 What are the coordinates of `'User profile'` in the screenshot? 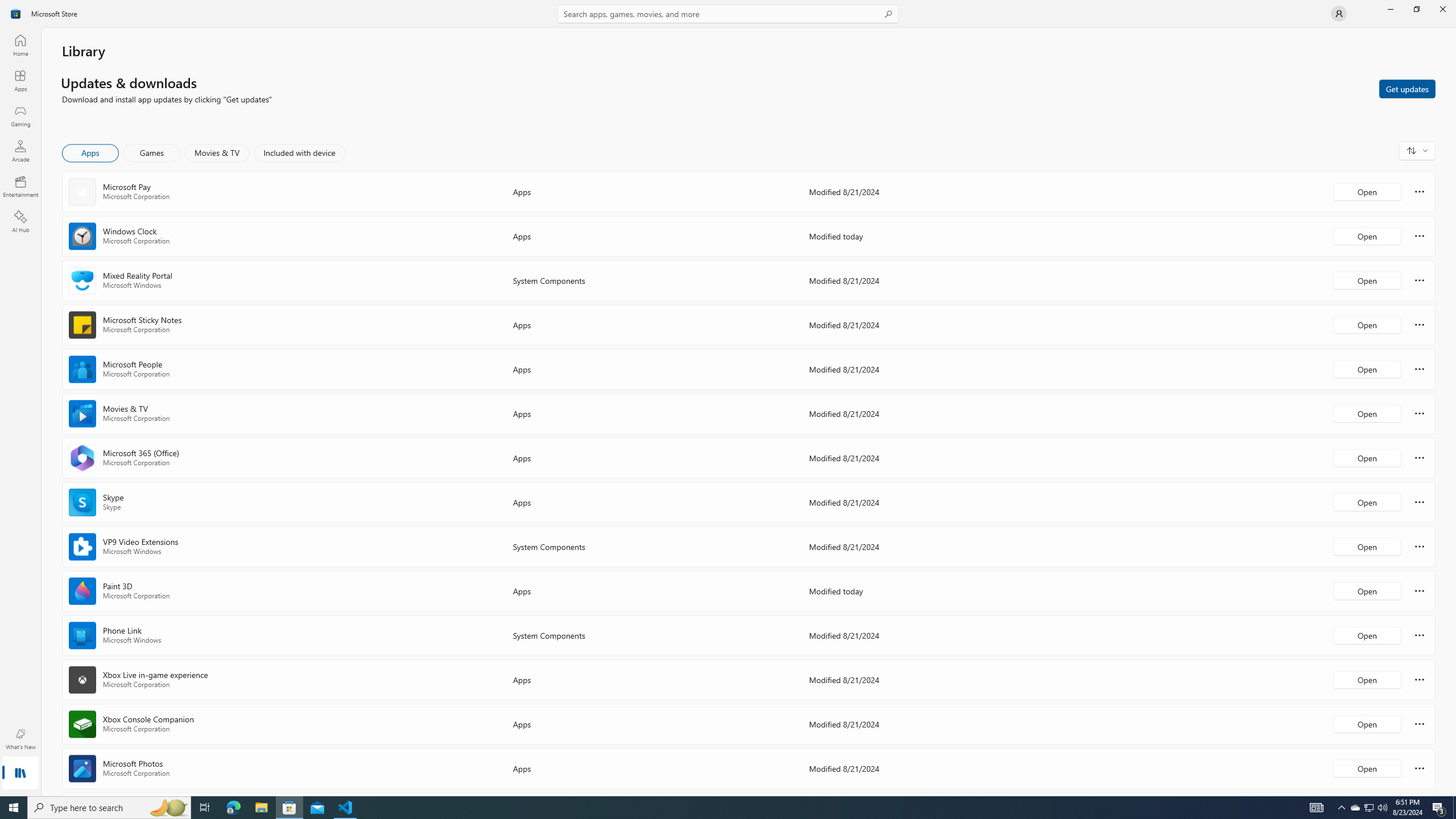 It's located at (1338, 13).